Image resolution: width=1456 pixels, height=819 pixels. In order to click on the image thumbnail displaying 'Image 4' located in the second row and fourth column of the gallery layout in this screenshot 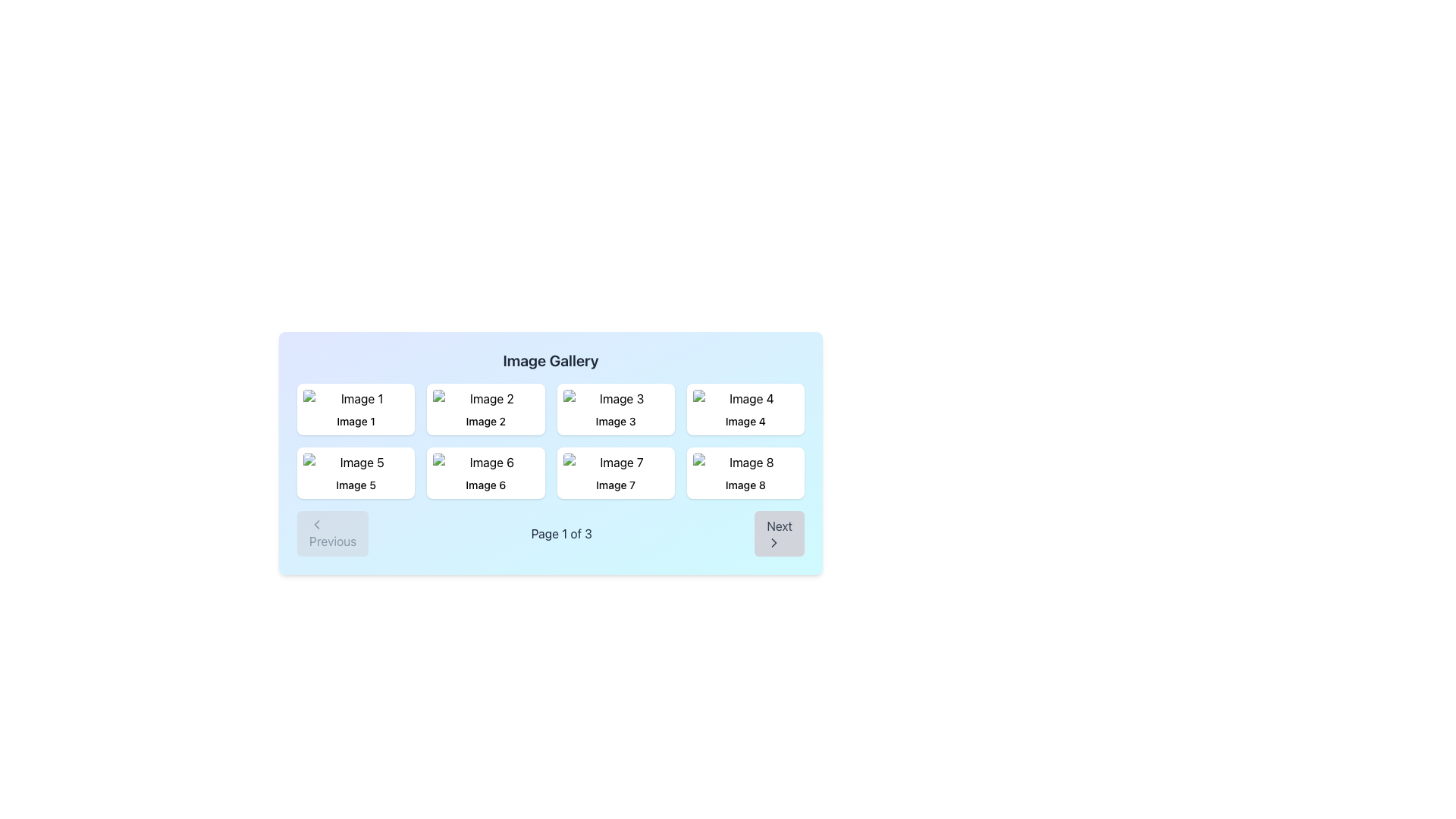, I will do `click(745, 397)`.